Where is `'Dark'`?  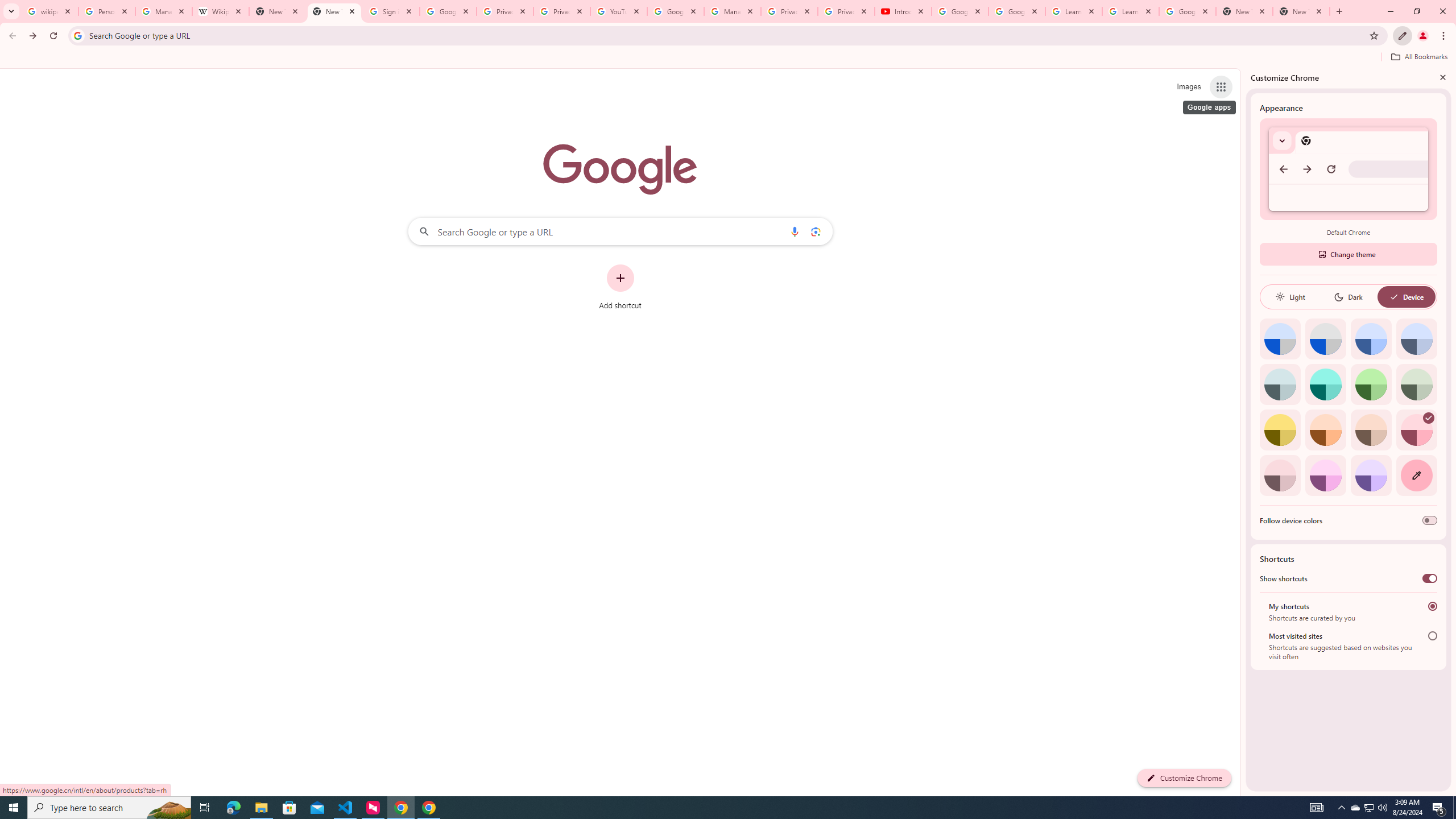
'Dark' is located at coordinates (1347, 296).